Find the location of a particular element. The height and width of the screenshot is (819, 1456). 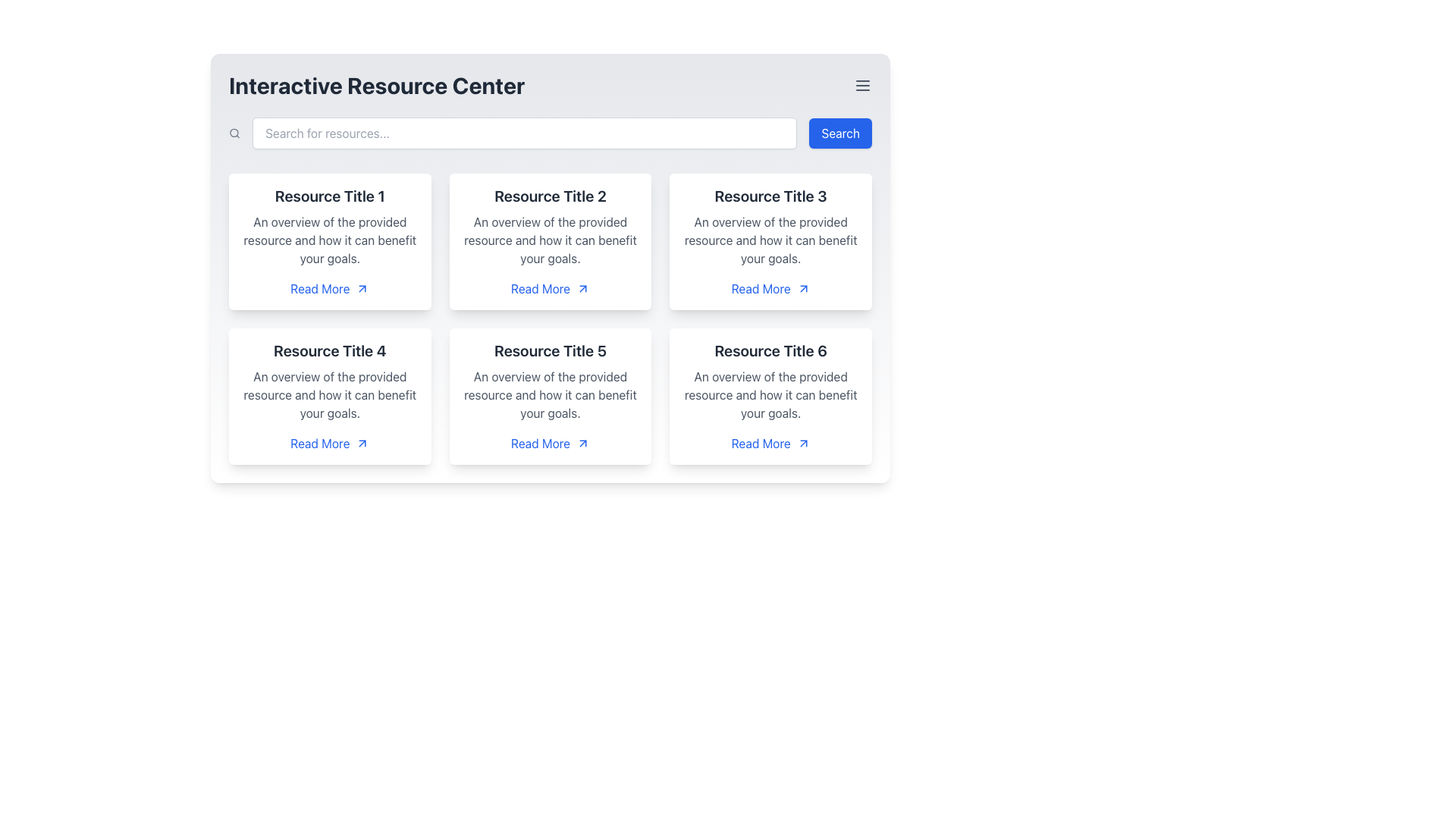

the small circular SVG element that is the center of the magnifying glass icon located to the left of the search bar at the top of the interface is located at coordinates (233, 132).